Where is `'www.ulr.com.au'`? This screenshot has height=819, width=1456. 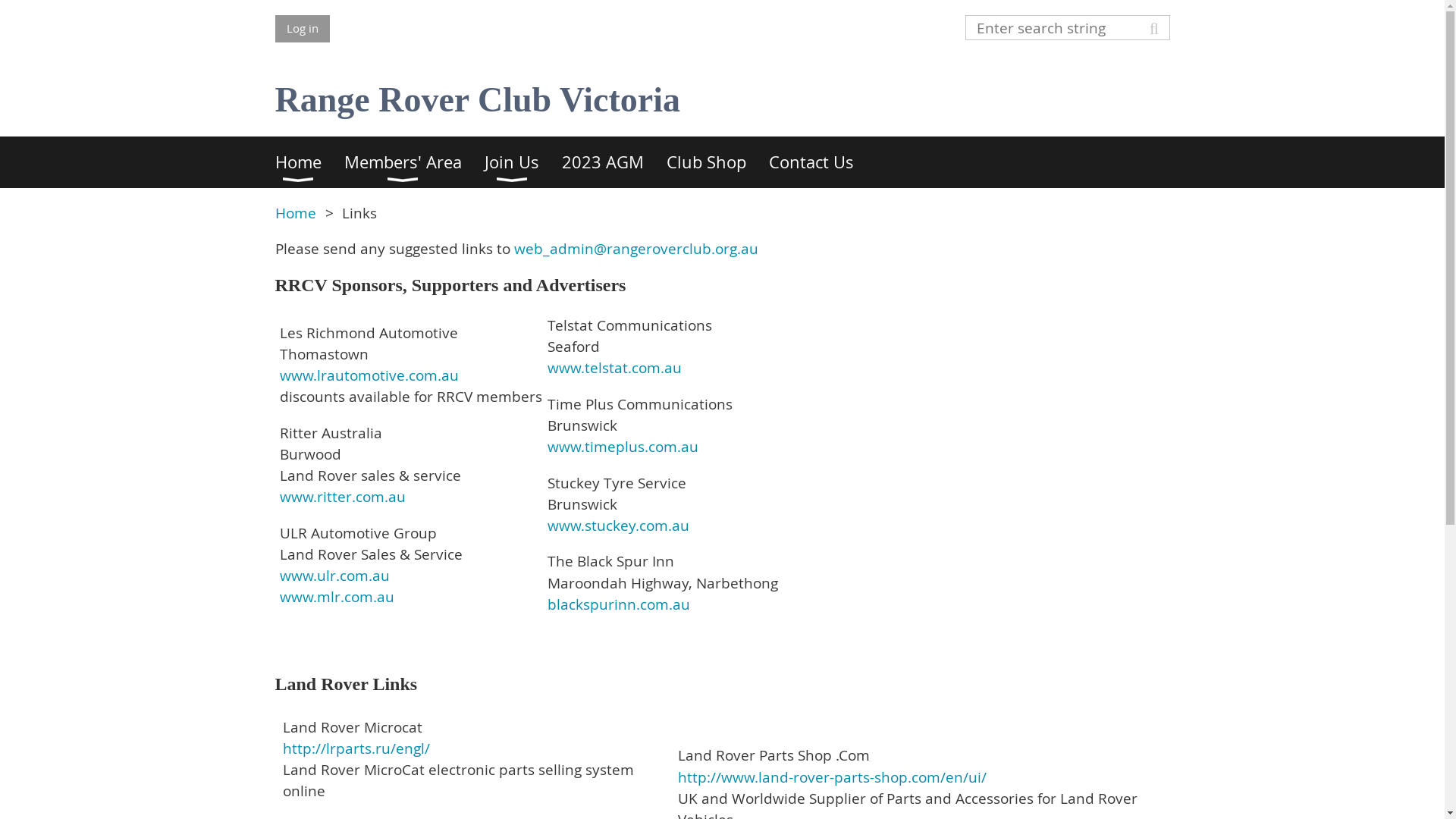 'www.ulr.com.au' is located at coordinates (333, 576).